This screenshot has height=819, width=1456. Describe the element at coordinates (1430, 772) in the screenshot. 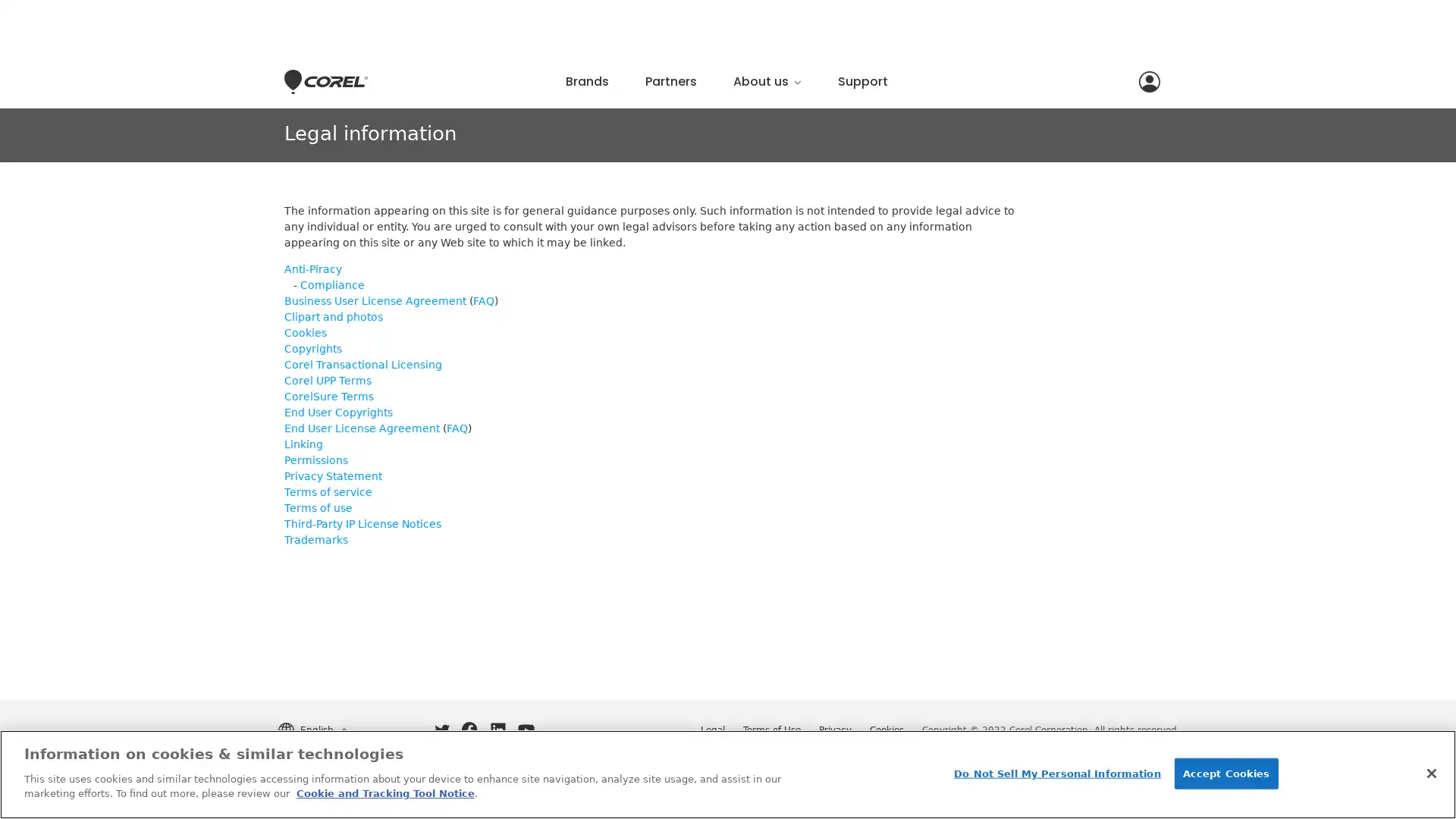

I see `Close` at that location.